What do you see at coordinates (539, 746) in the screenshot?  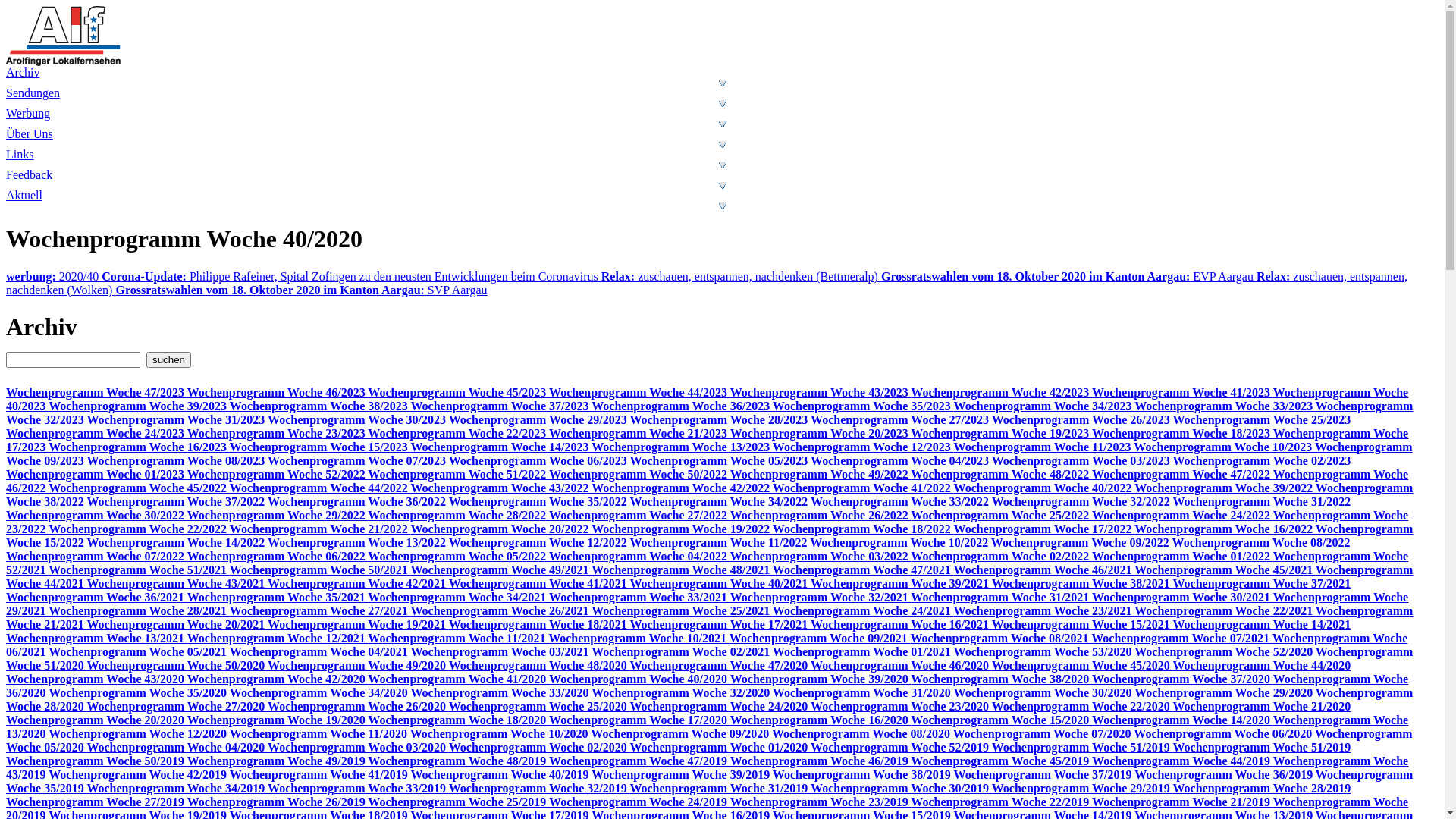 I see `'Wochenprogramm Woche 02/2020'` at bounding box center [539, 746].